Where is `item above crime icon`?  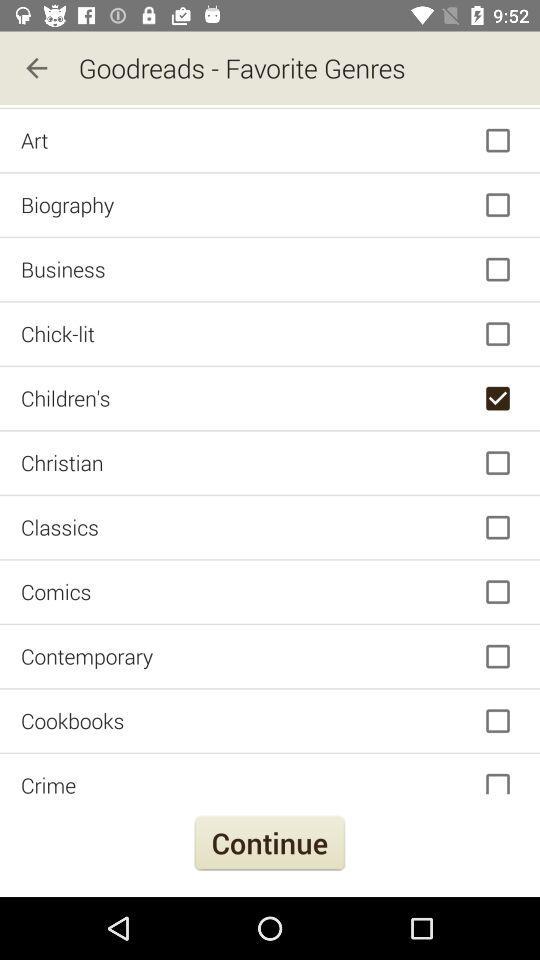 item above crime icon is located at coordinates (270, 720).